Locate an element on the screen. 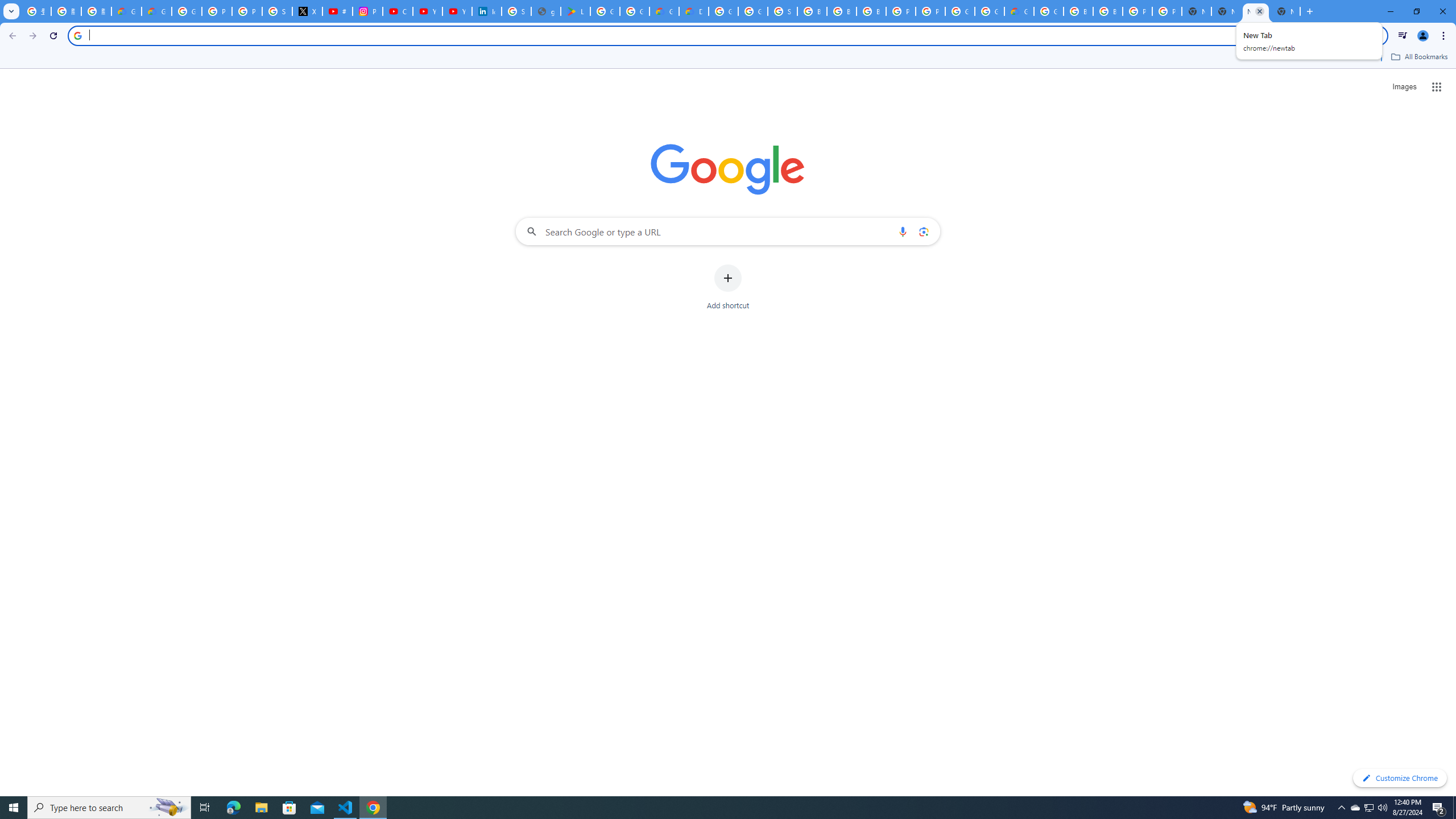 Image resolution: width=1456 pixels, height=819 pixels. 'Google Cloud Platform' is located at coordinates (988, 11).